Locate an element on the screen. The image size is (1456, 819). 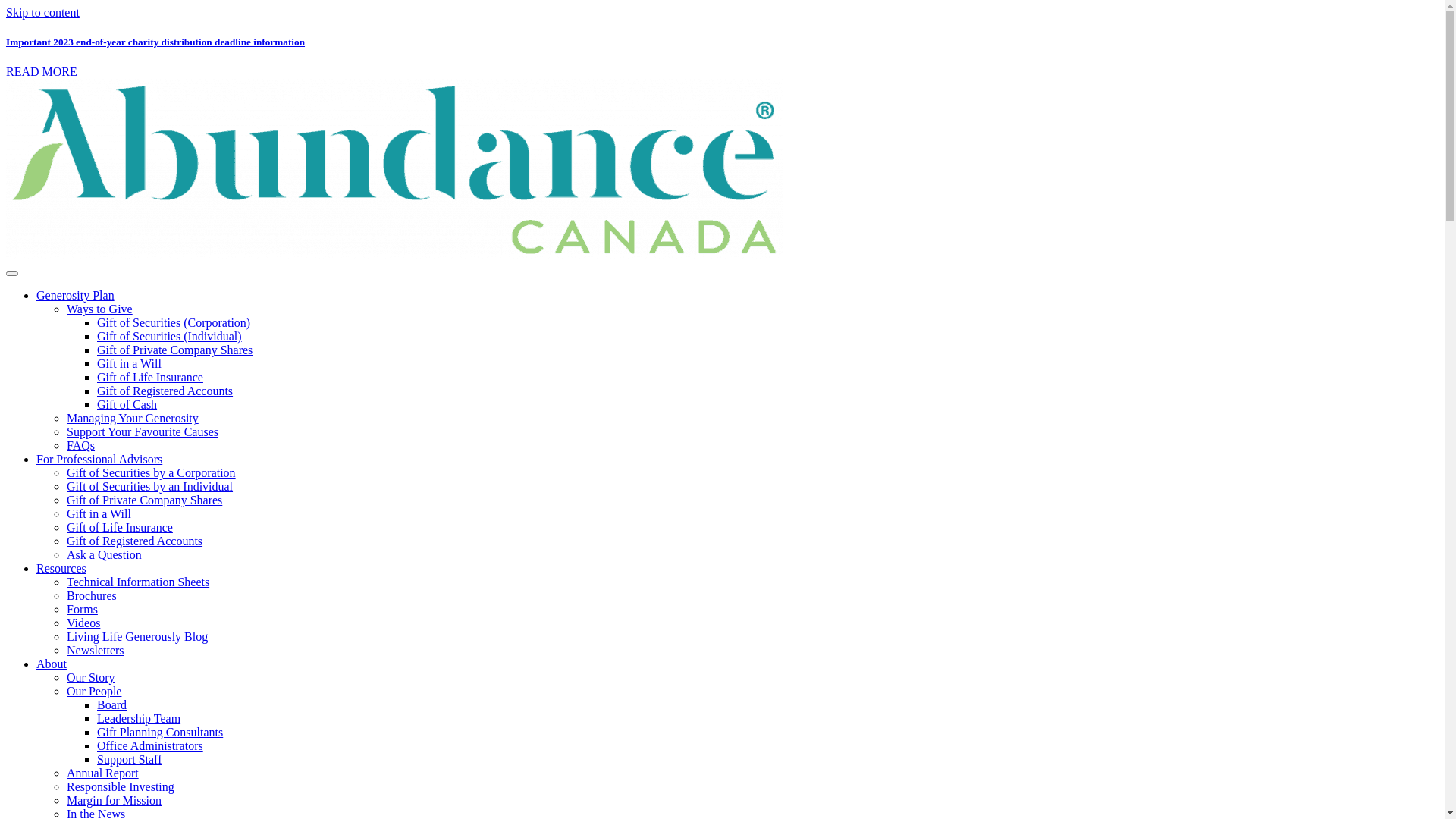
'Our People' is located at coordinates (93, 691).